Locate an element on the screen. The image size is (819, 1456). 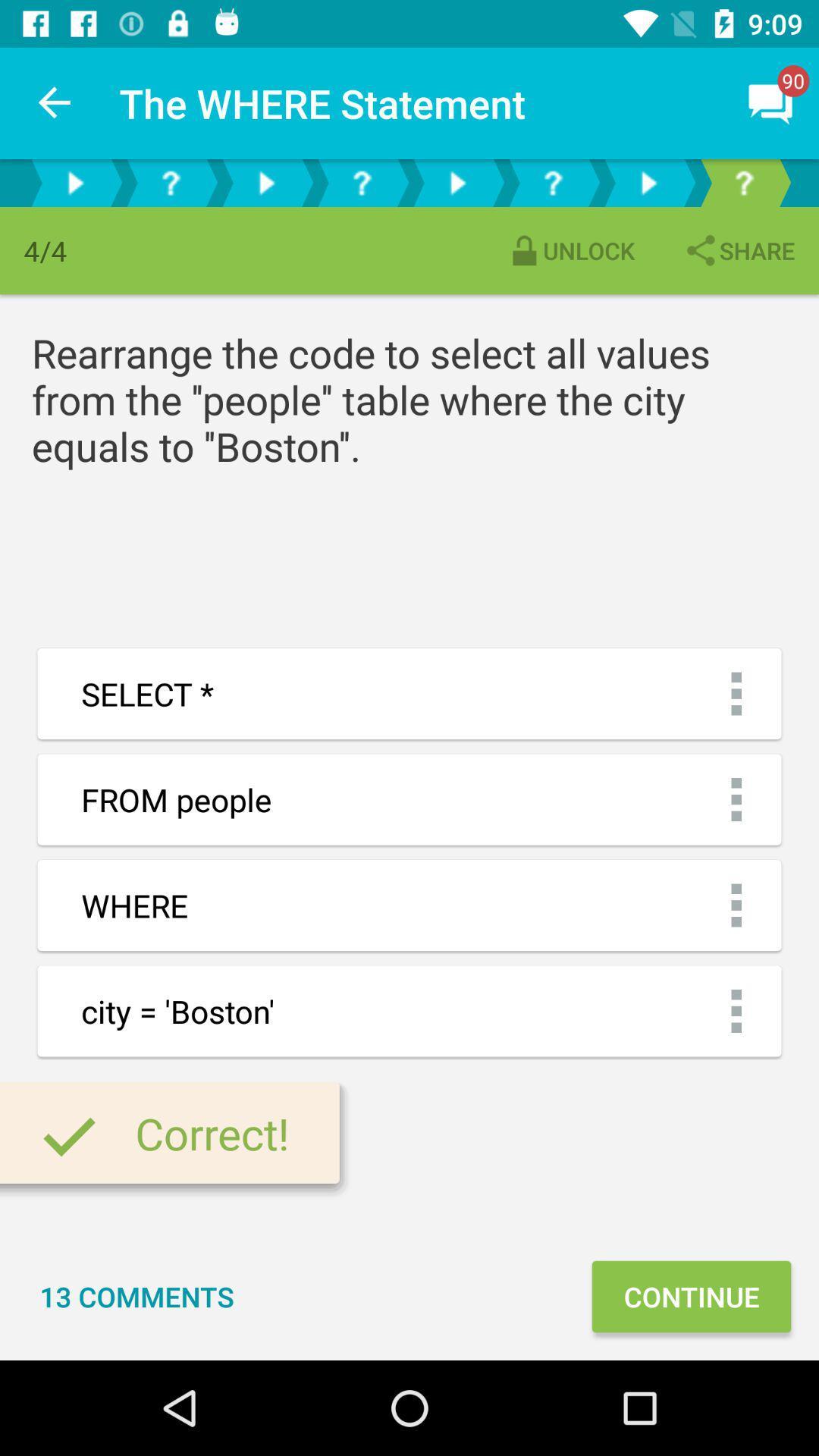
item next to the the where statement icon is located at coordinates (55, 102).